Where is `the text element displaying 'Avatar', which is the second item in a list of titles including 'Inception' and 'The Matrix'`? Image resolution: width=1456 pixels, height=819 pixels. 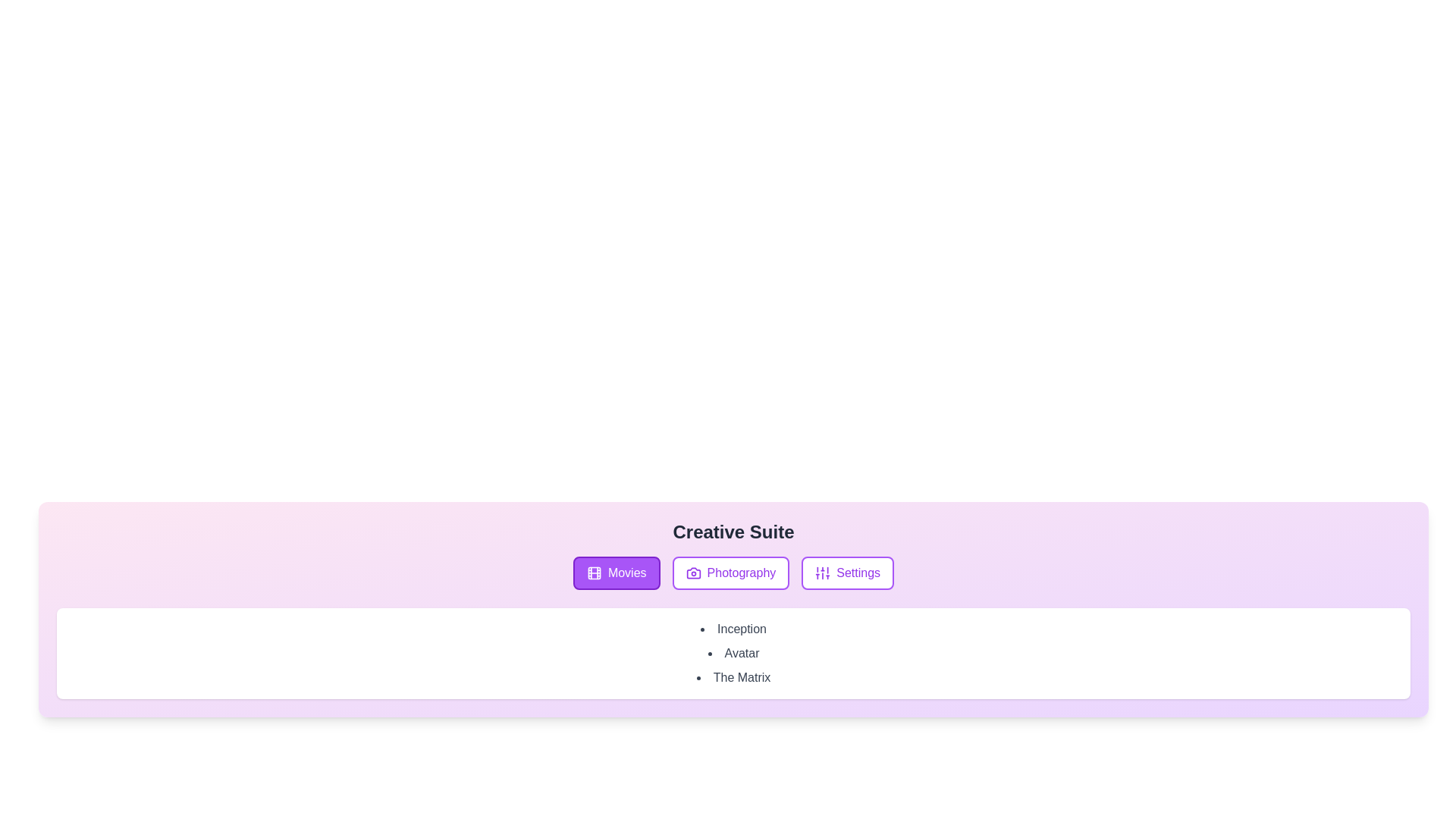
the text element displaying 'Avatar', which is the second item in a list of titles including 'Inception' and 'The Matrix' is located at coordinates (733, 652).